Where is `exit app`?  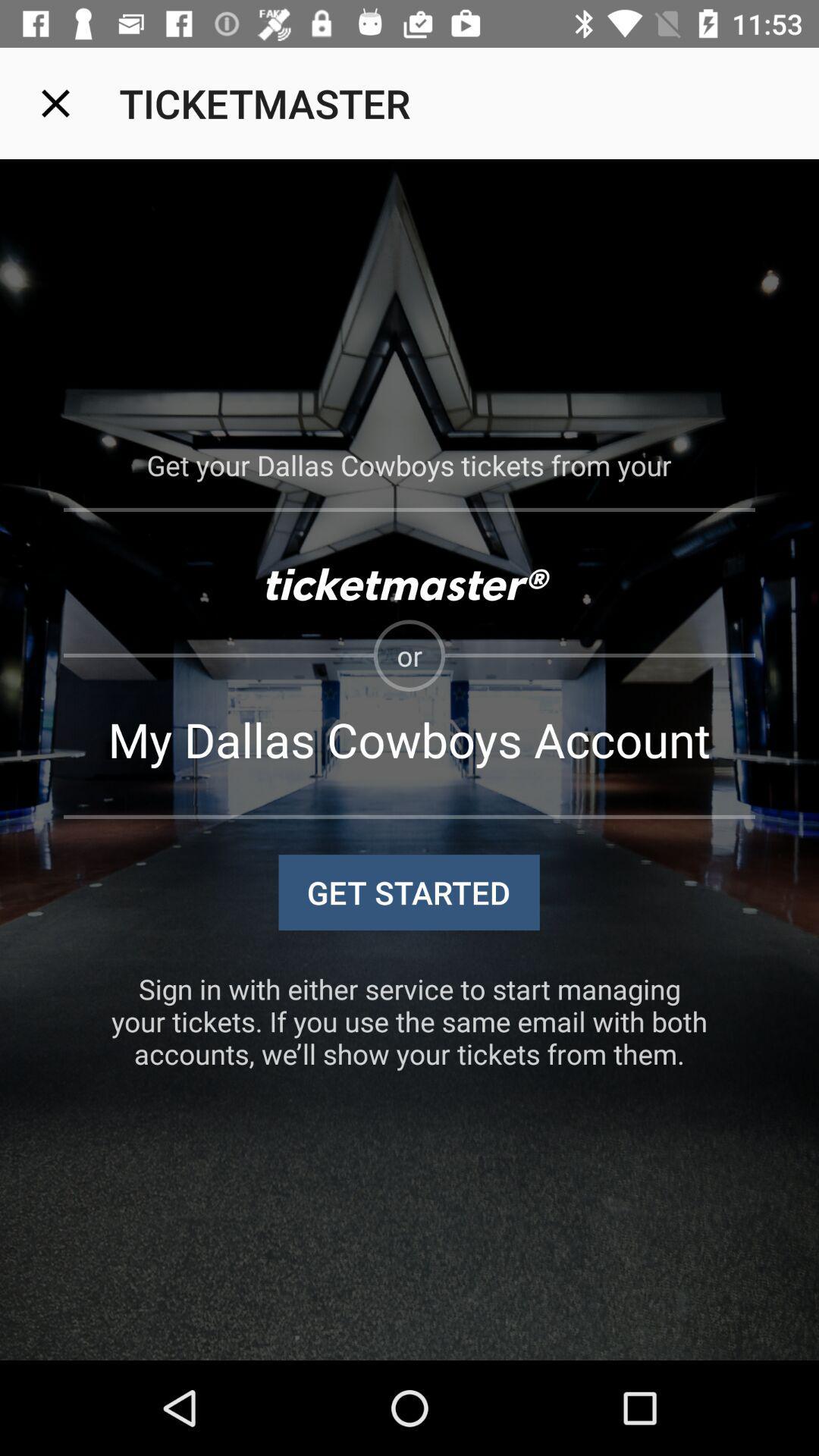
exit app is located at coordinates (55, 102).